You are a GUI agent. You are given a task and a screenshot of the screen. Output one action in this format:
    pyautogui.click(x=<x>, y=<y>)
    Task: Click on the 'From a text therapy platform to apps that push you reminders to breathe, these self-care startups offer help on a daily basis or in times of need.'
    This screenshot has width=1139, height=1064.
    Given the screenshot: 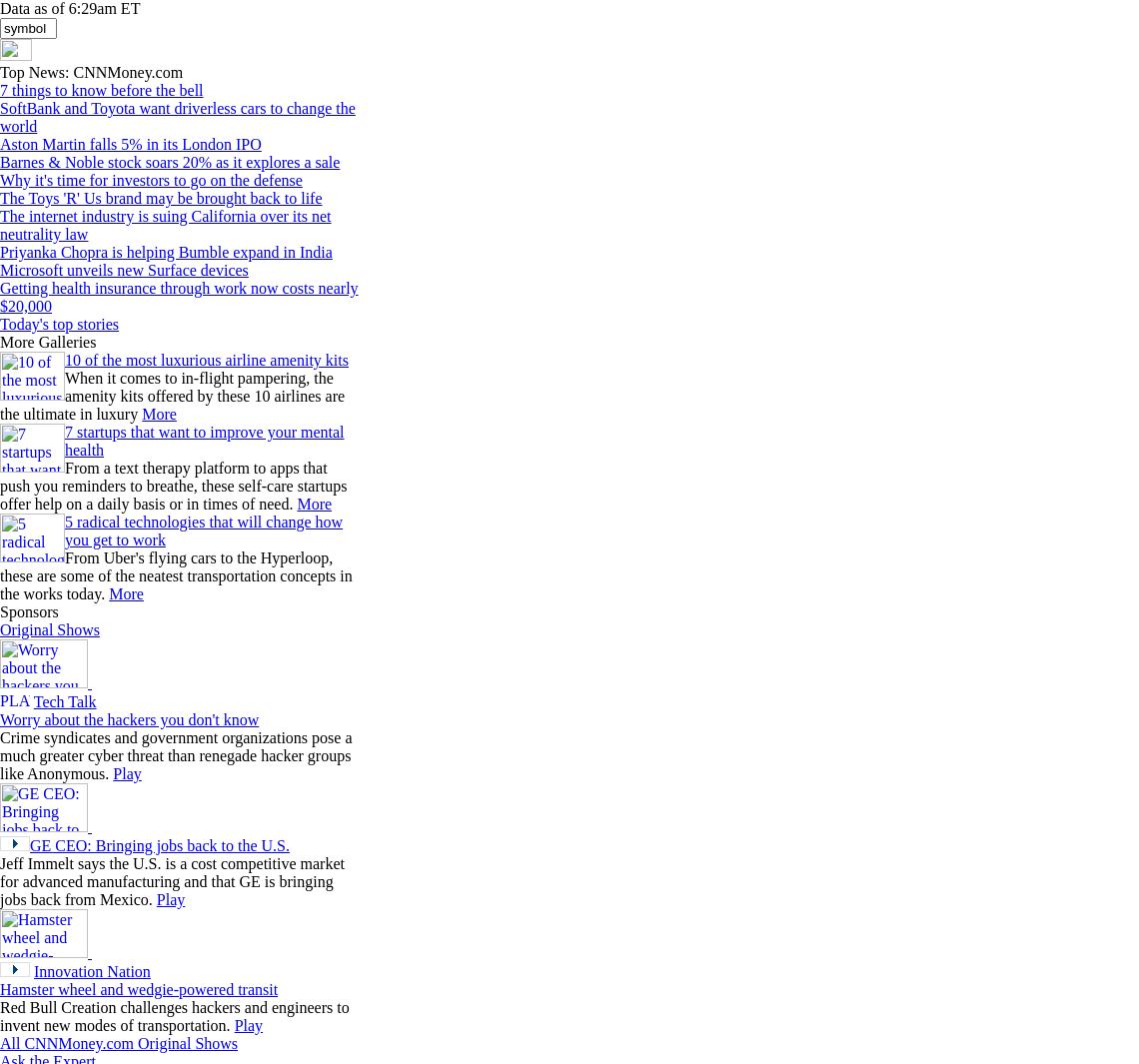 What is the action you would take?
    pyautogui.click(x=173, y=485)
    